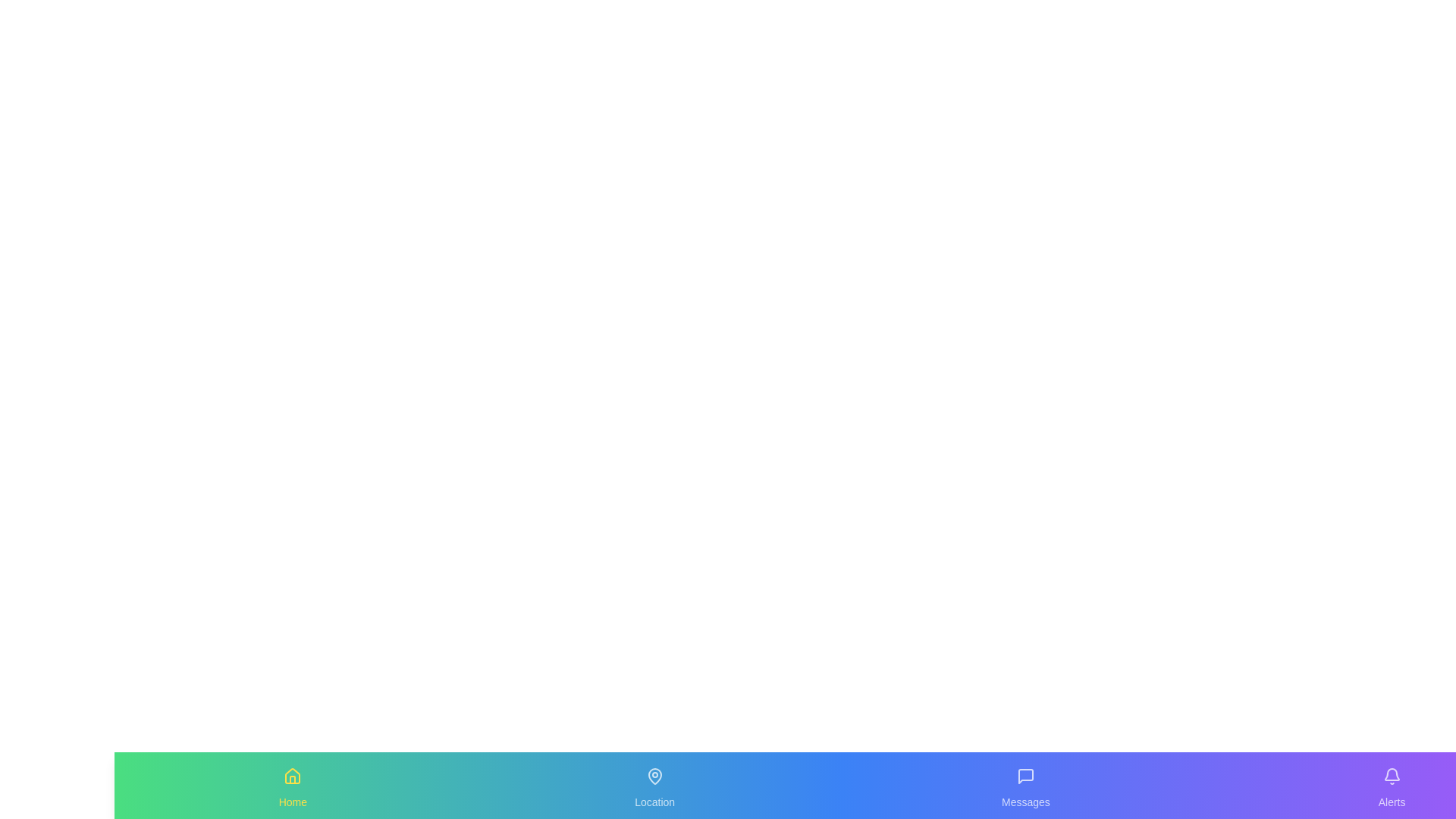  What do you see at coordinates (292, 776) in the screenshot?
I see `the icon labeled 'Home' to observe its hover effect` at bounding box center [292, 776].